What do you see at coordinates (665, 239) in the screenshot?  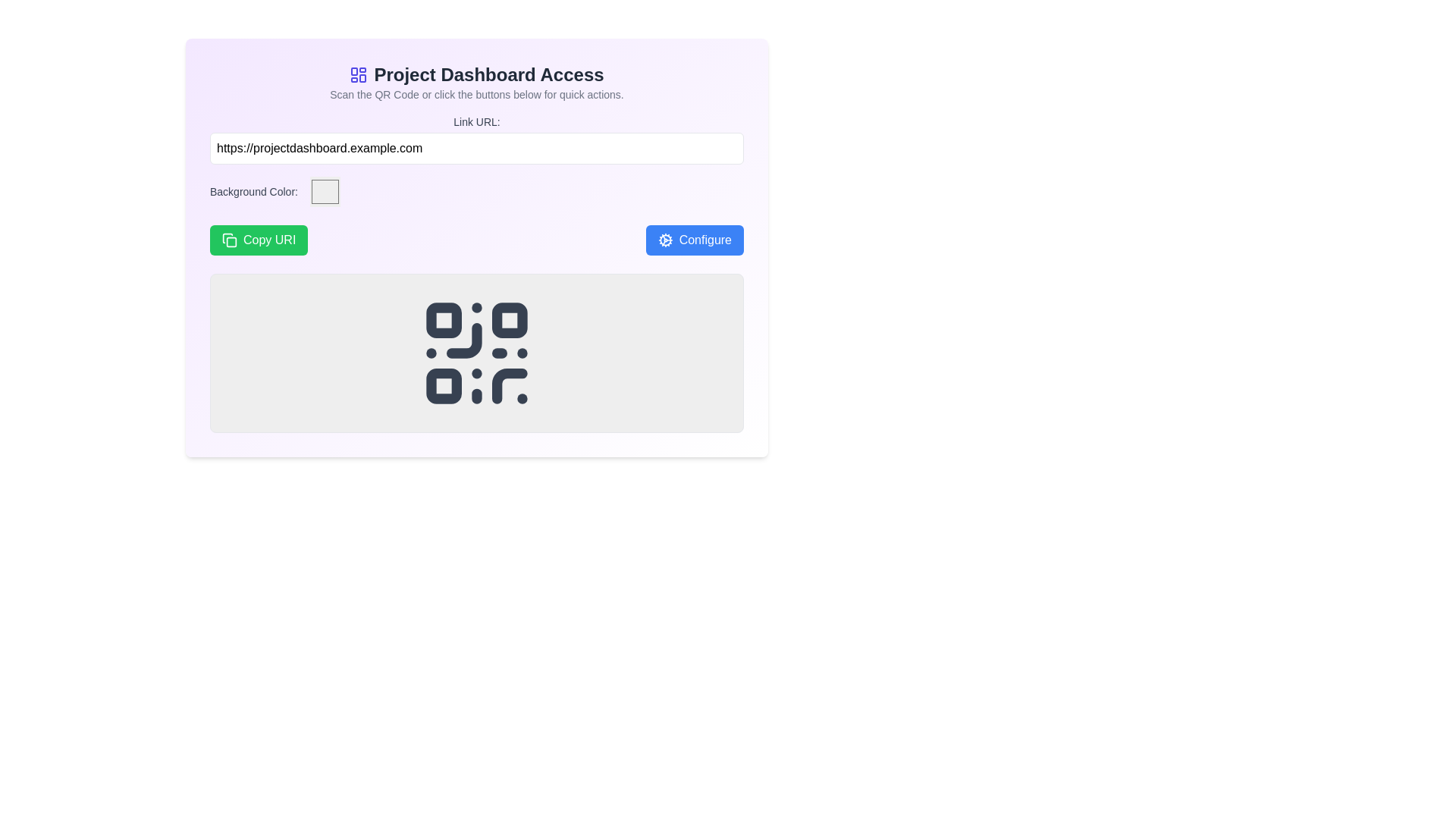 I see `the circular cog or gear icon with a hollow center in the top-right corner of the interface` at bounding box center [665, 239].